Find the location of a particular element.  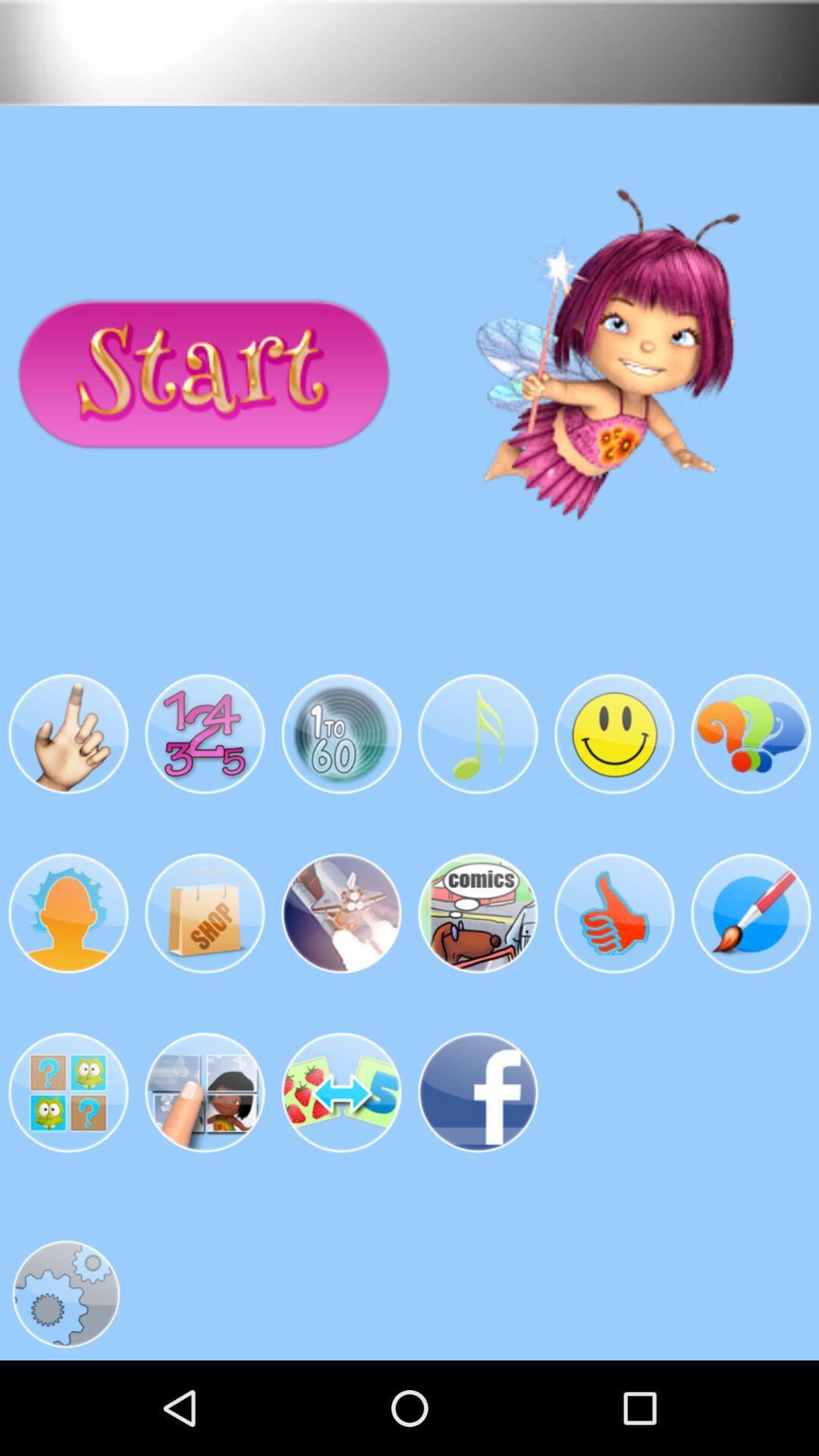

thumps up icon is located at coordinates (614, 912).